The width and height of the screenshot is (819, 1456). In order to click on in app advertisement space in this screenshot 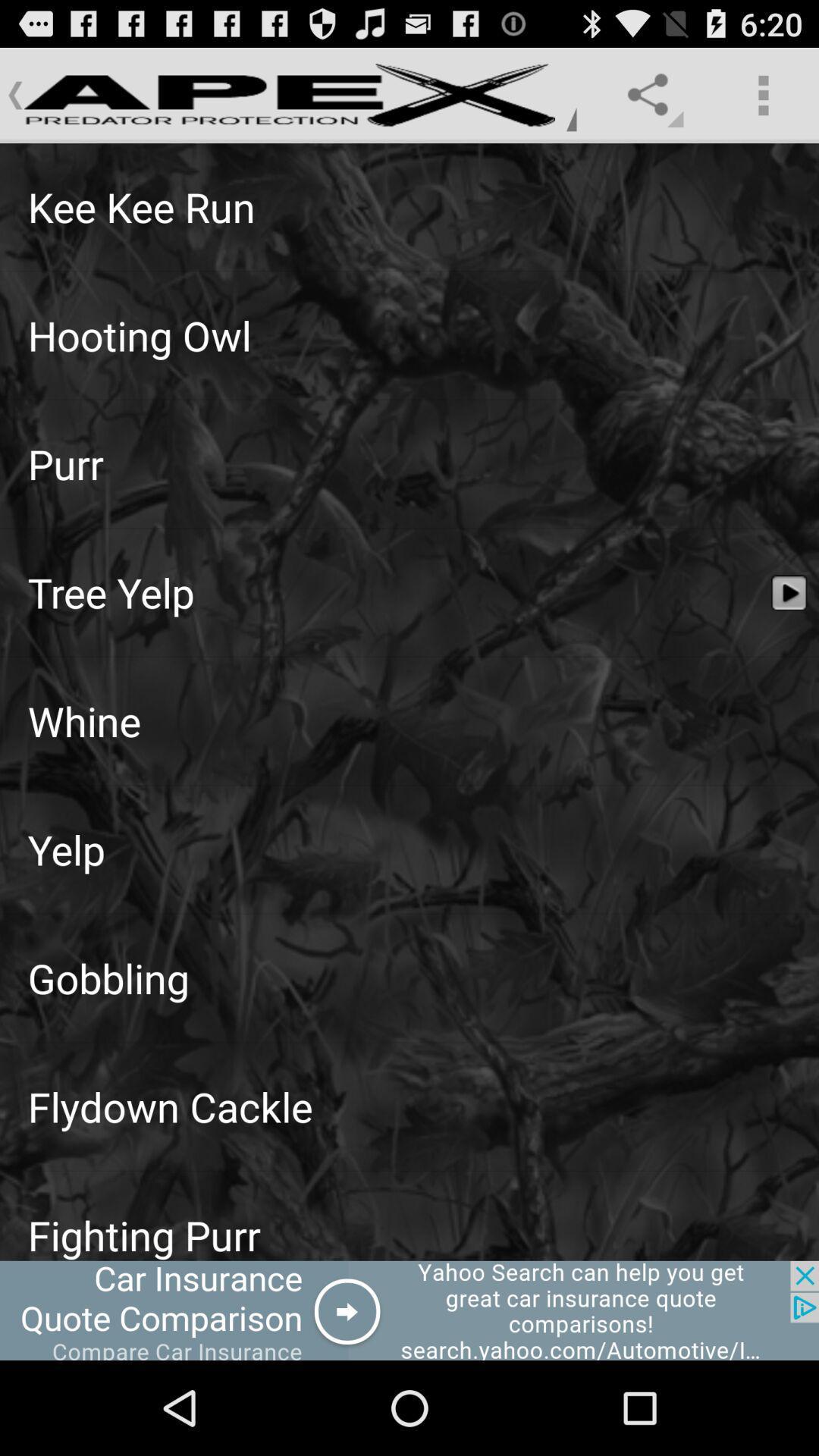, I will do `click(409, 1310)`.